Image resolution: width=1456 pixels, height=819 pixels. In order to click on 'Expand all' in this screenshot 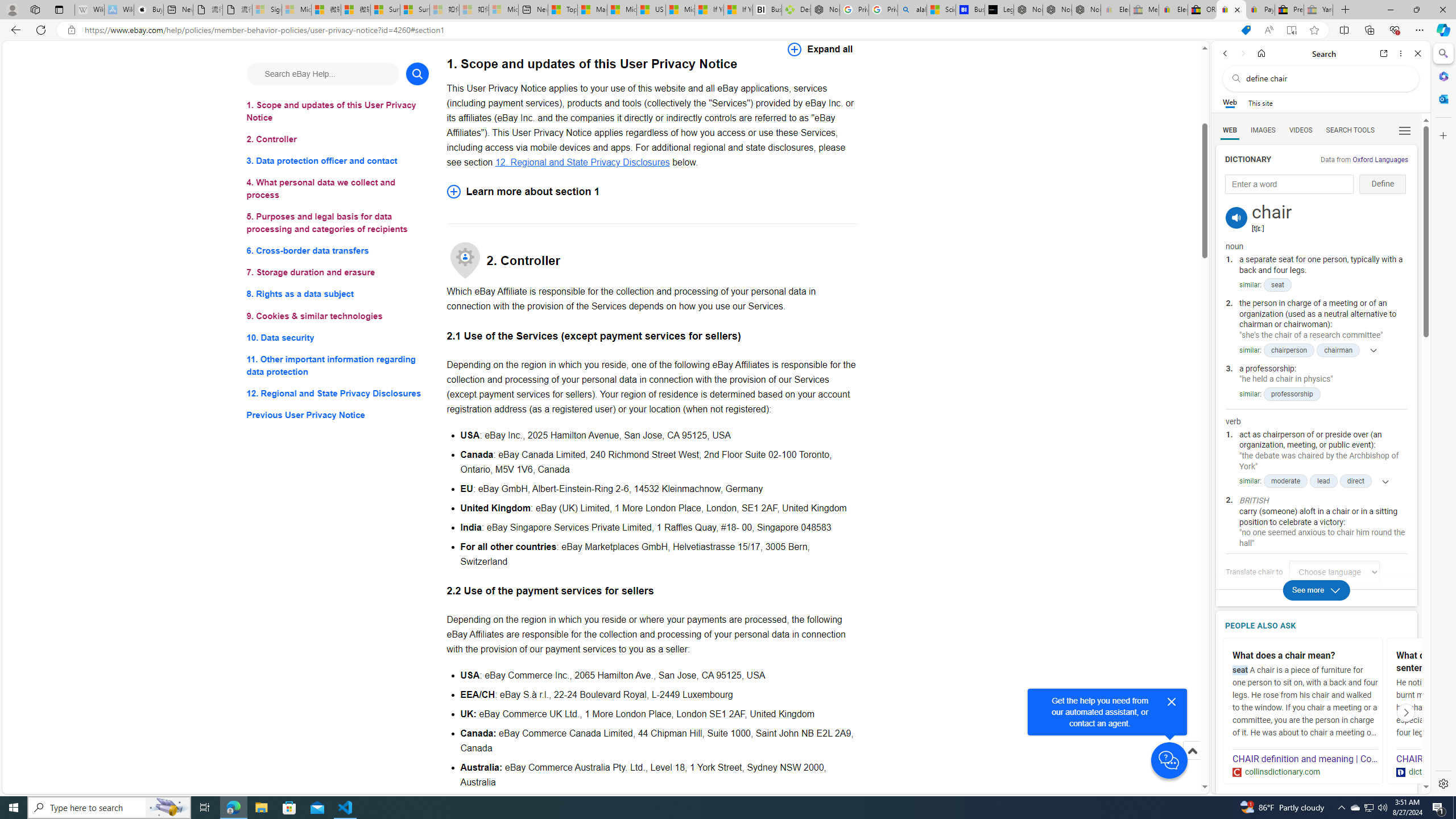, I will do `click(820, 48)`.